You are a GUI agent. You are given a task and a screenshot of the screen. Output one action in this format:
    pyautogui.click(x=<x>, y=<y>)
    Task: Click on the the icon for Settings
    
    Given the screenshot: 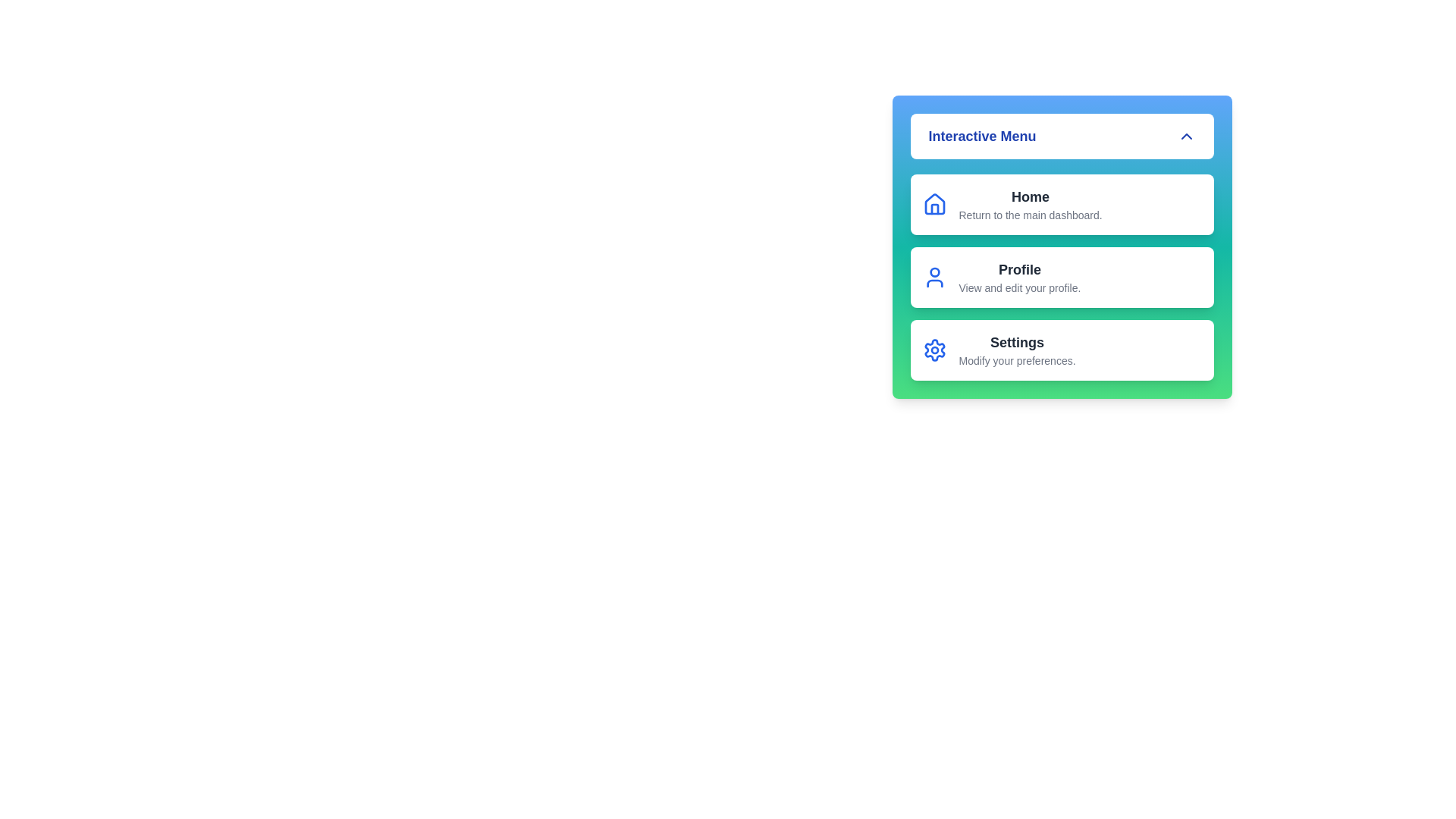 What is the action you would take?
    pyautogui.click(x=934, y=350)
    